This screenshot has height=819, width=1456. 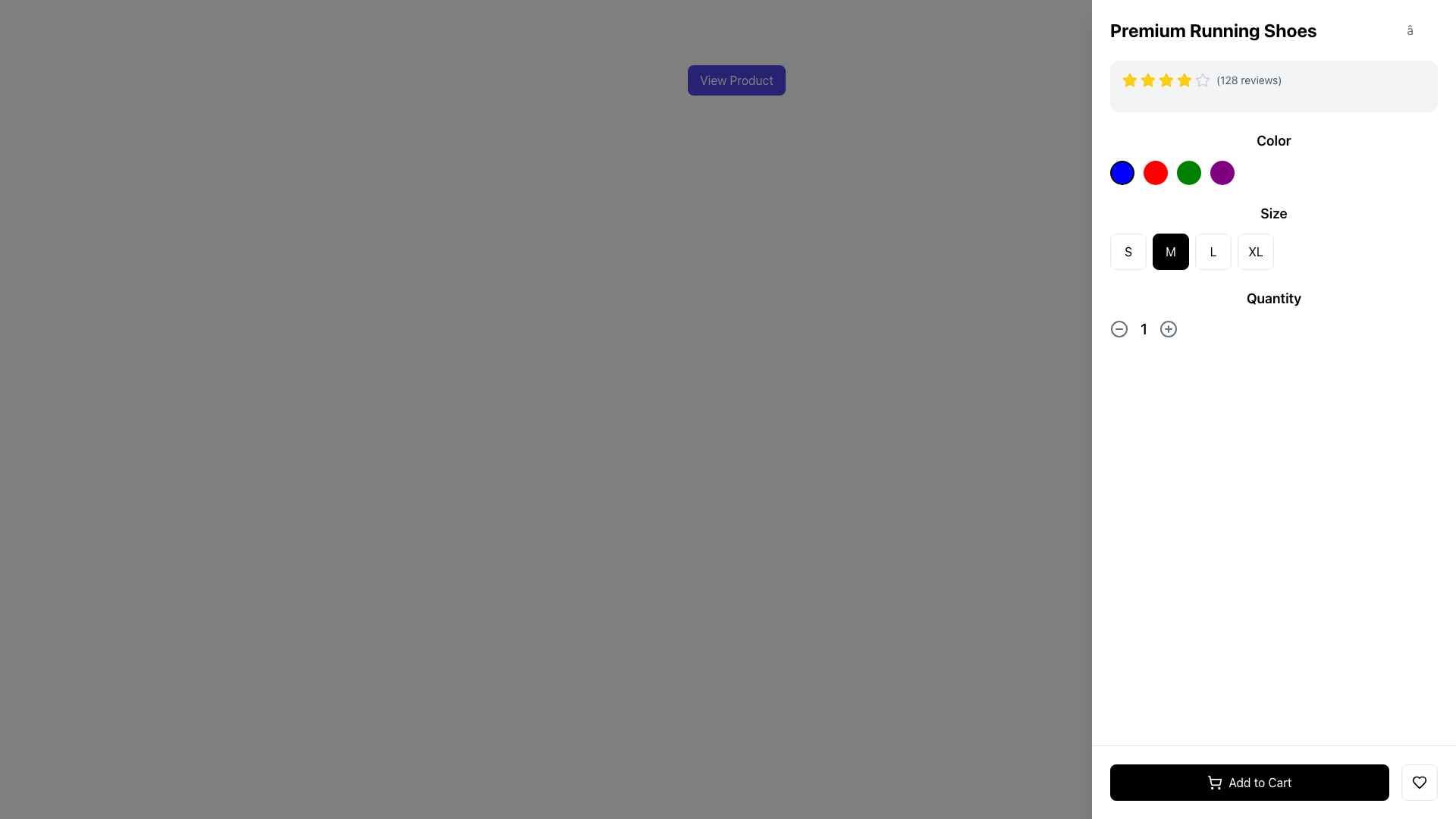 What do you see at coordinates (1147, 80) in the screenshot?
I see `the second star icon in the rating system, which is visually represented in yellow, indicating it is selected and is positioned between the first and third stars` at bounding box center [1147, 80].